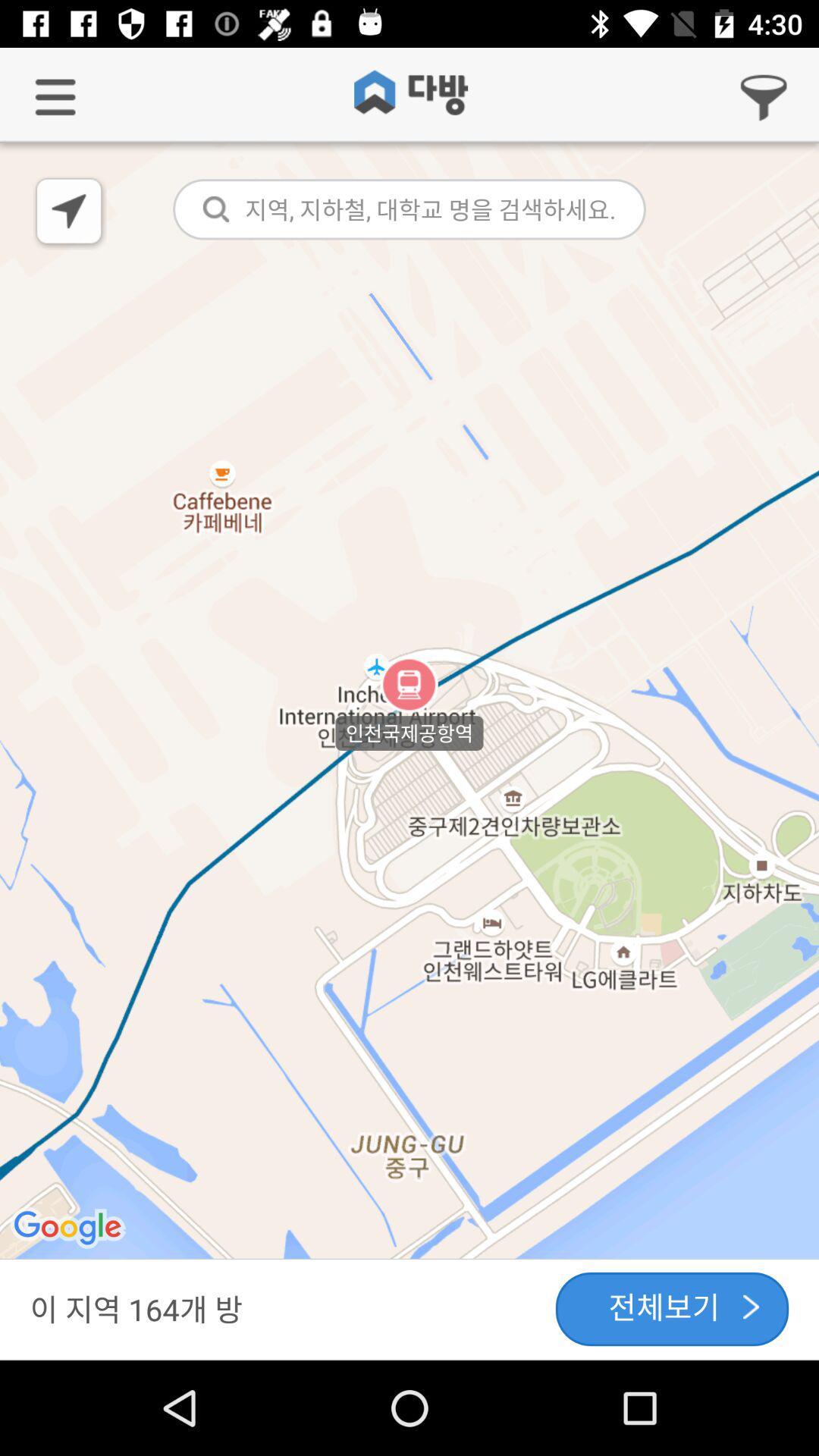 The height and width of the screenshot is (1456, 819). Describe the element at coordinates (70, 212) in the screenshot. I see `the navigation icon` at that location.